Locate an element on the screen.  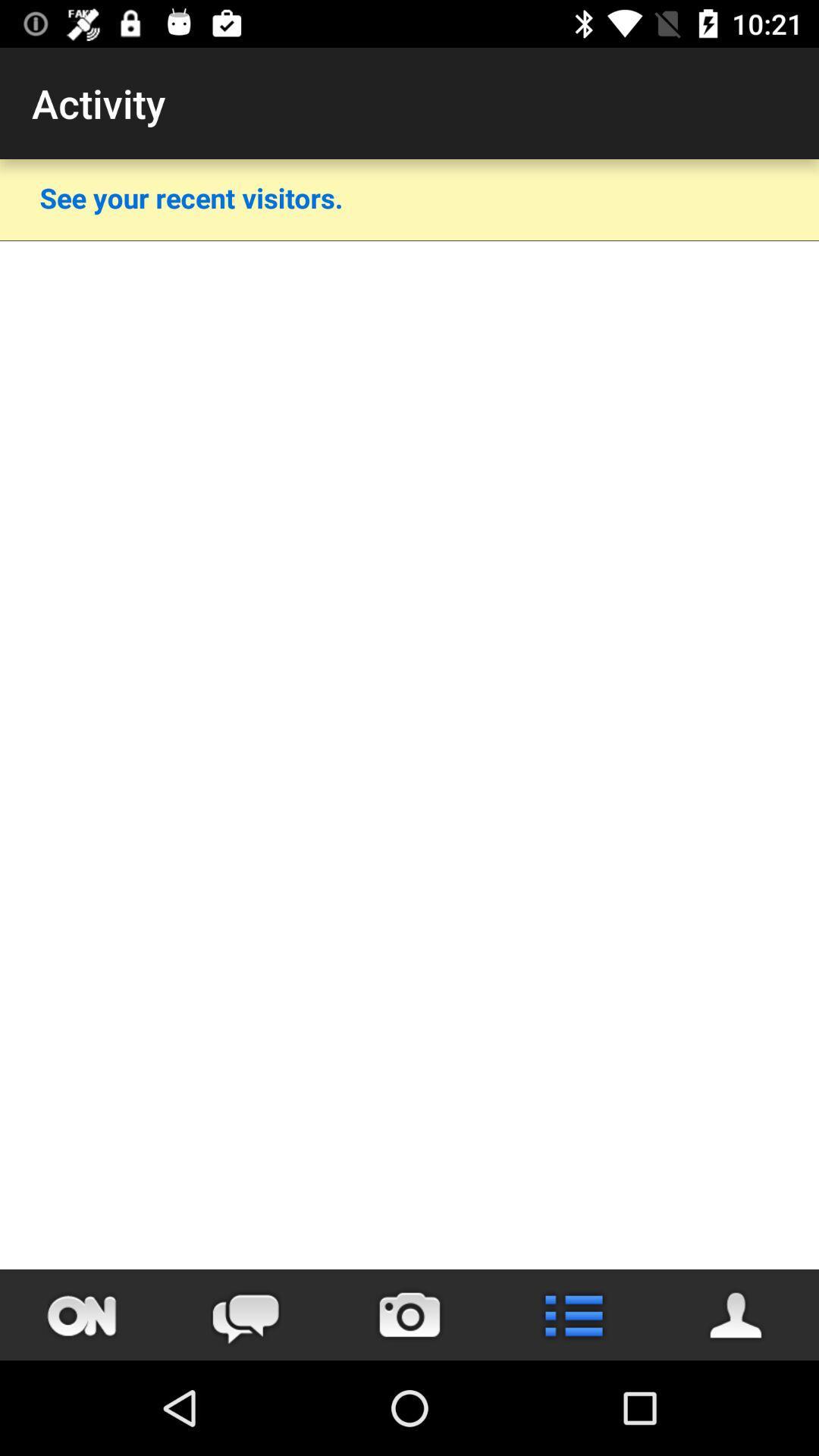
the see your recent is located at coordinates (190, 196).